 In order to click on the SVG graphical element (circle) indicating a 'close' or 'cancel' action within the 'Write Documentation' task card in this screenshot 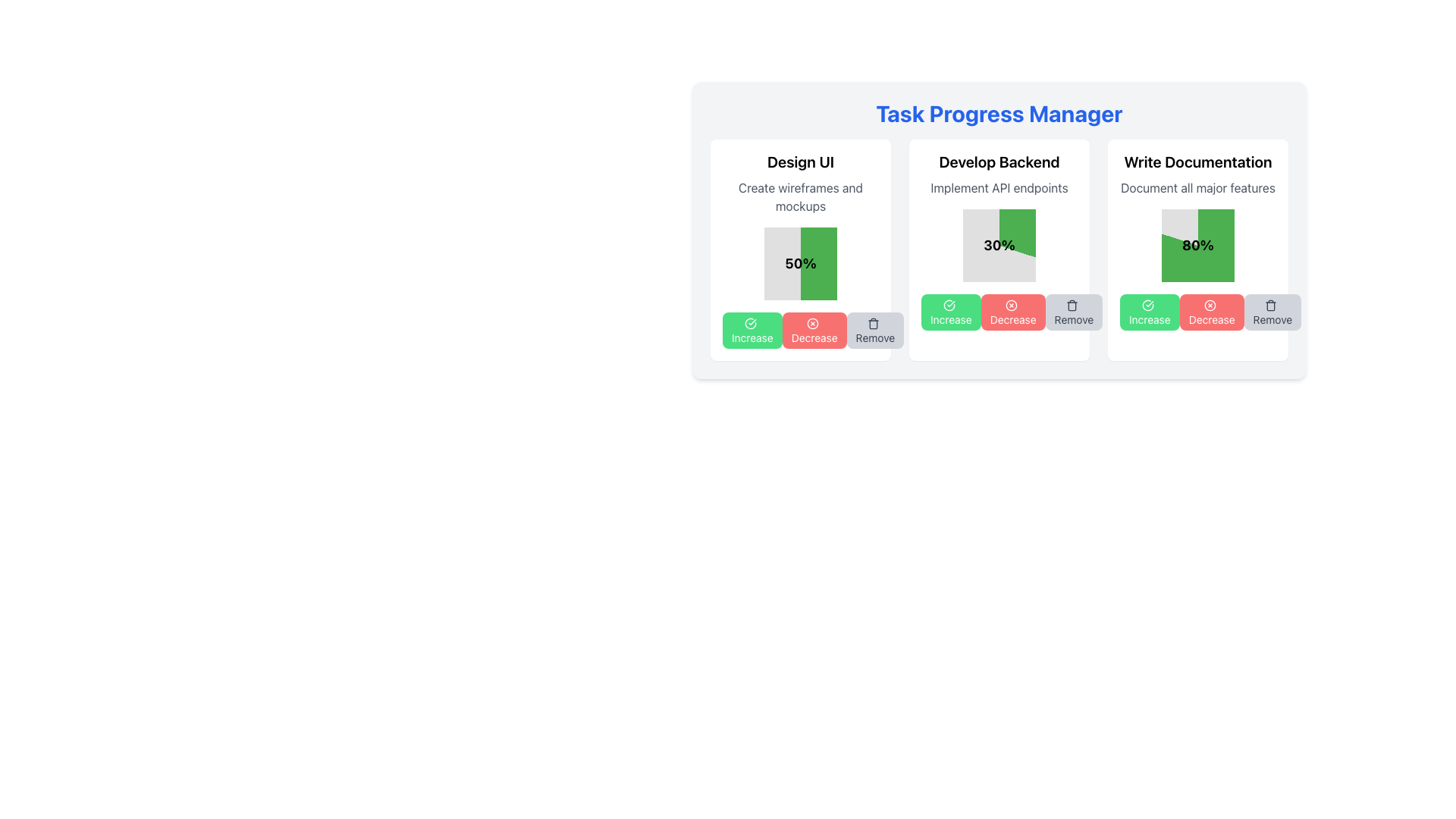, I will do `click(1210, 306)`.